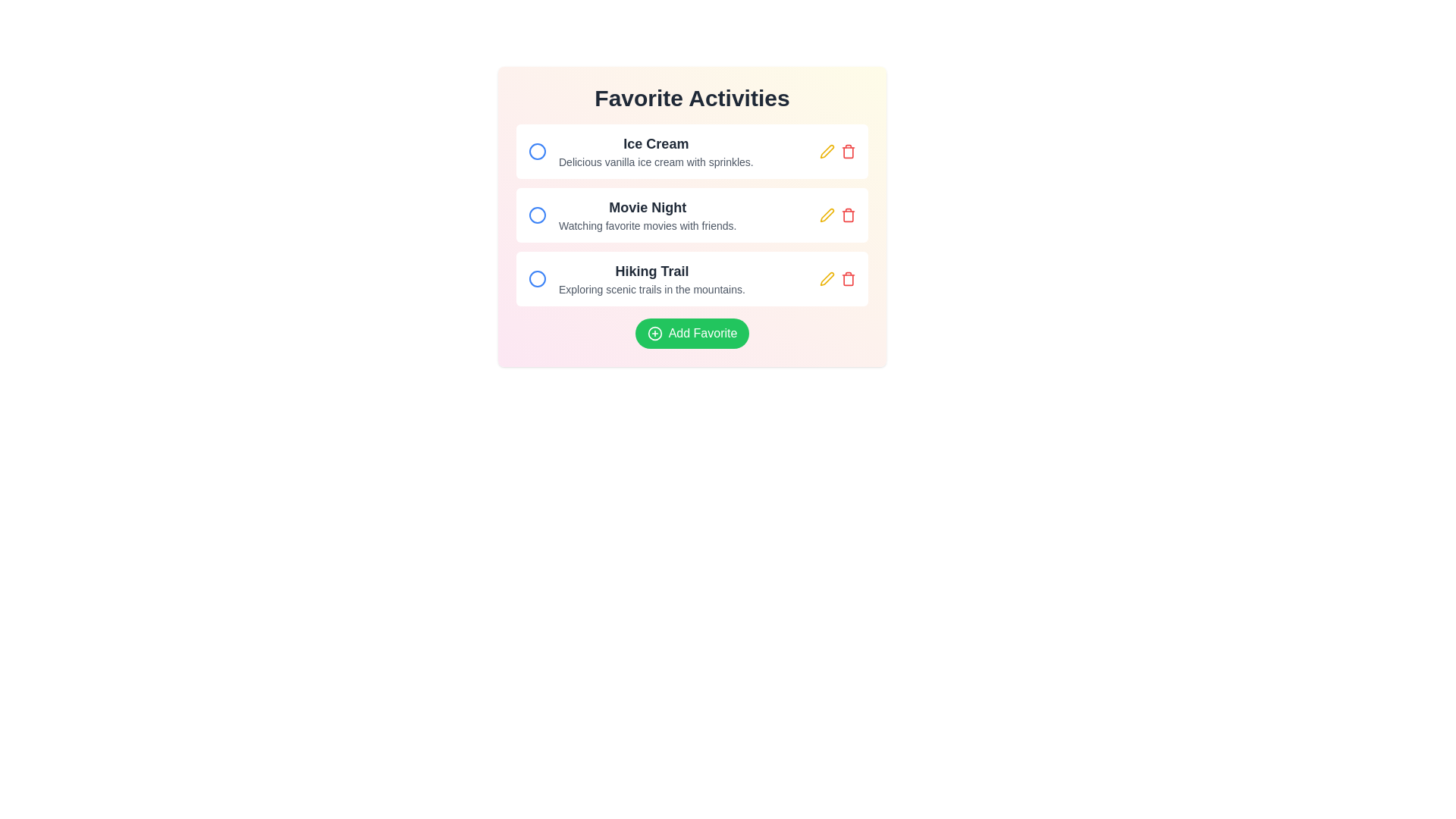 The width and height of the screenshot is (1456, 819). What do you see at coordinates (836, 215) in the screenshot?
I see `the edit icon located in the group of interactive icons to modify the 'Movie Night' activity, positioned to the far right of the activity card` at bounding box center [836, 215].